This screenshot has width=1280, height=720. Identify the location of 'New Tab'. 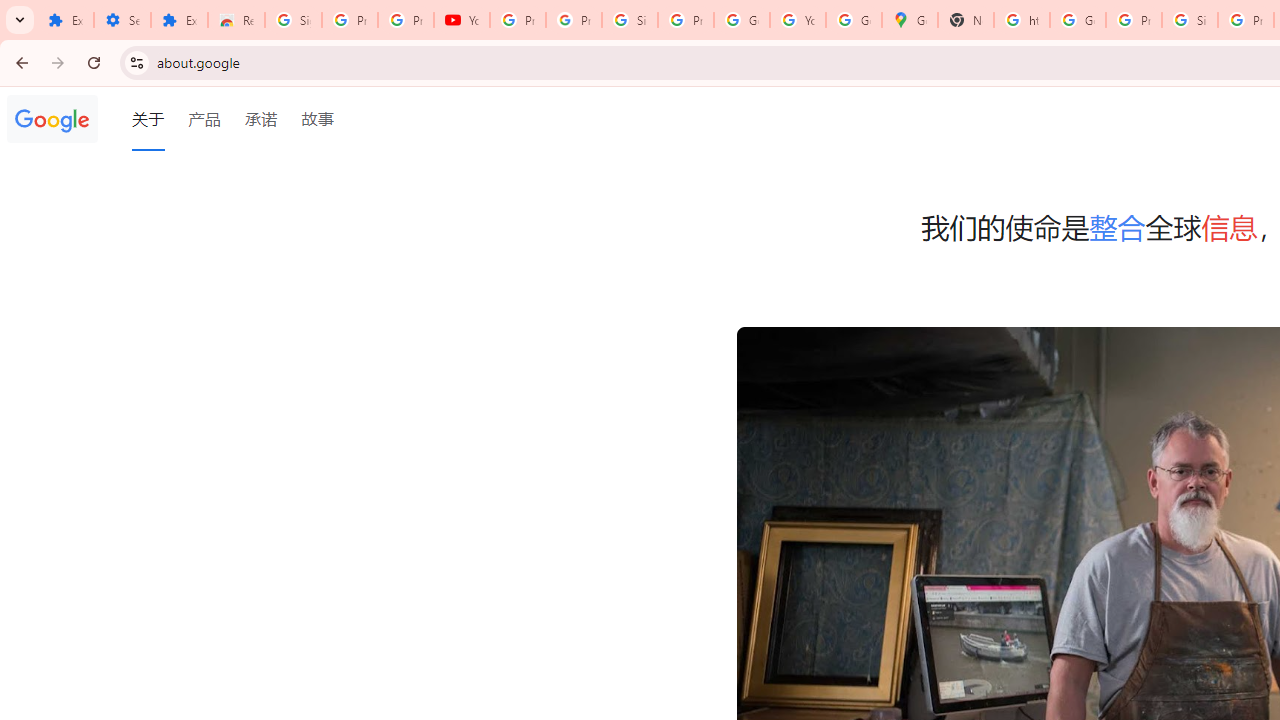
(966, 20).